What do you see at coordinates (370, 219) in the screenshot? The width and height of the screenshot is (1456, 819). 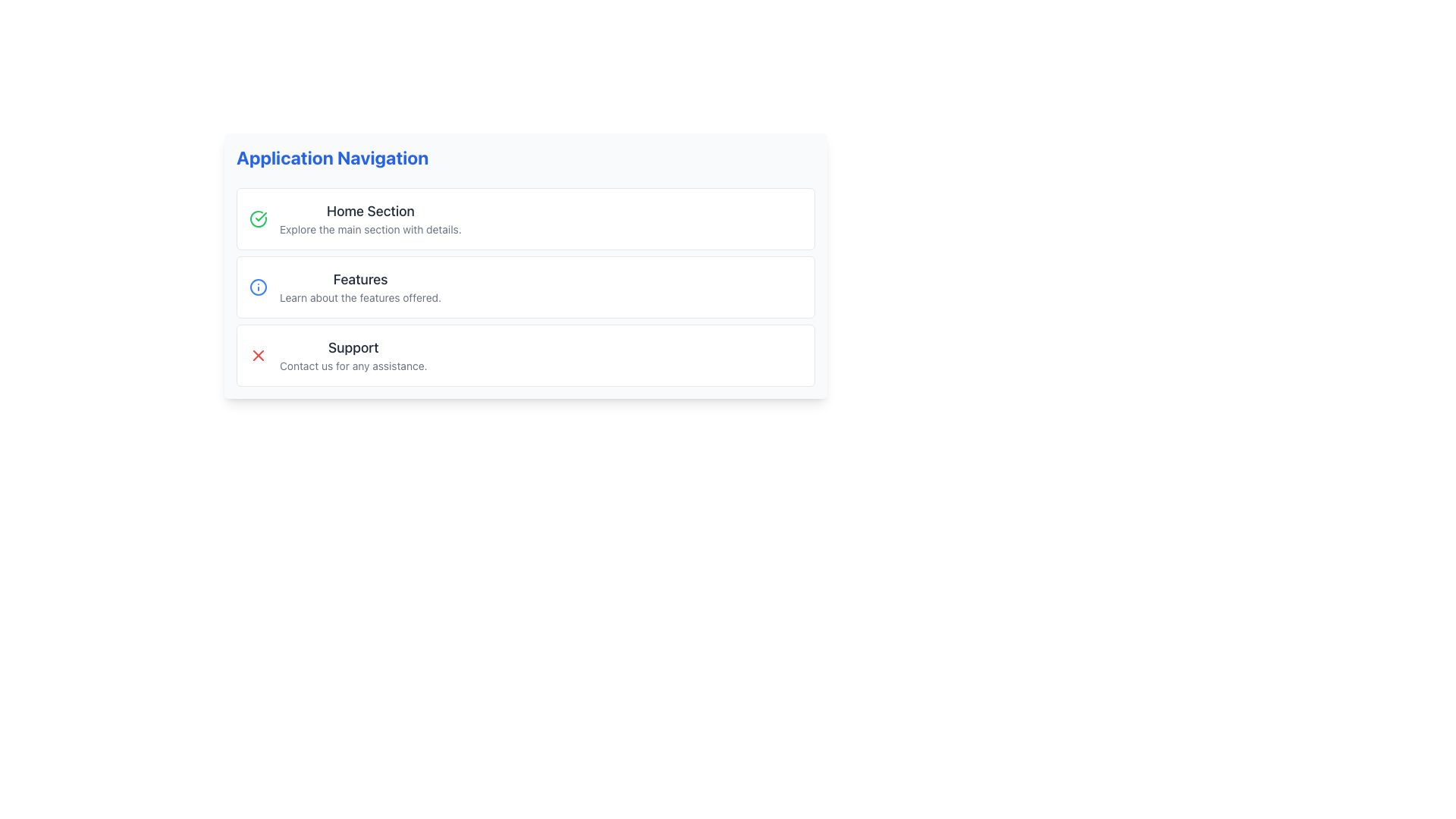 I see `descriptive text below the bold heading 'Home Section' which states 'Explore the main section with details.'` at bounding box center [370, 219].